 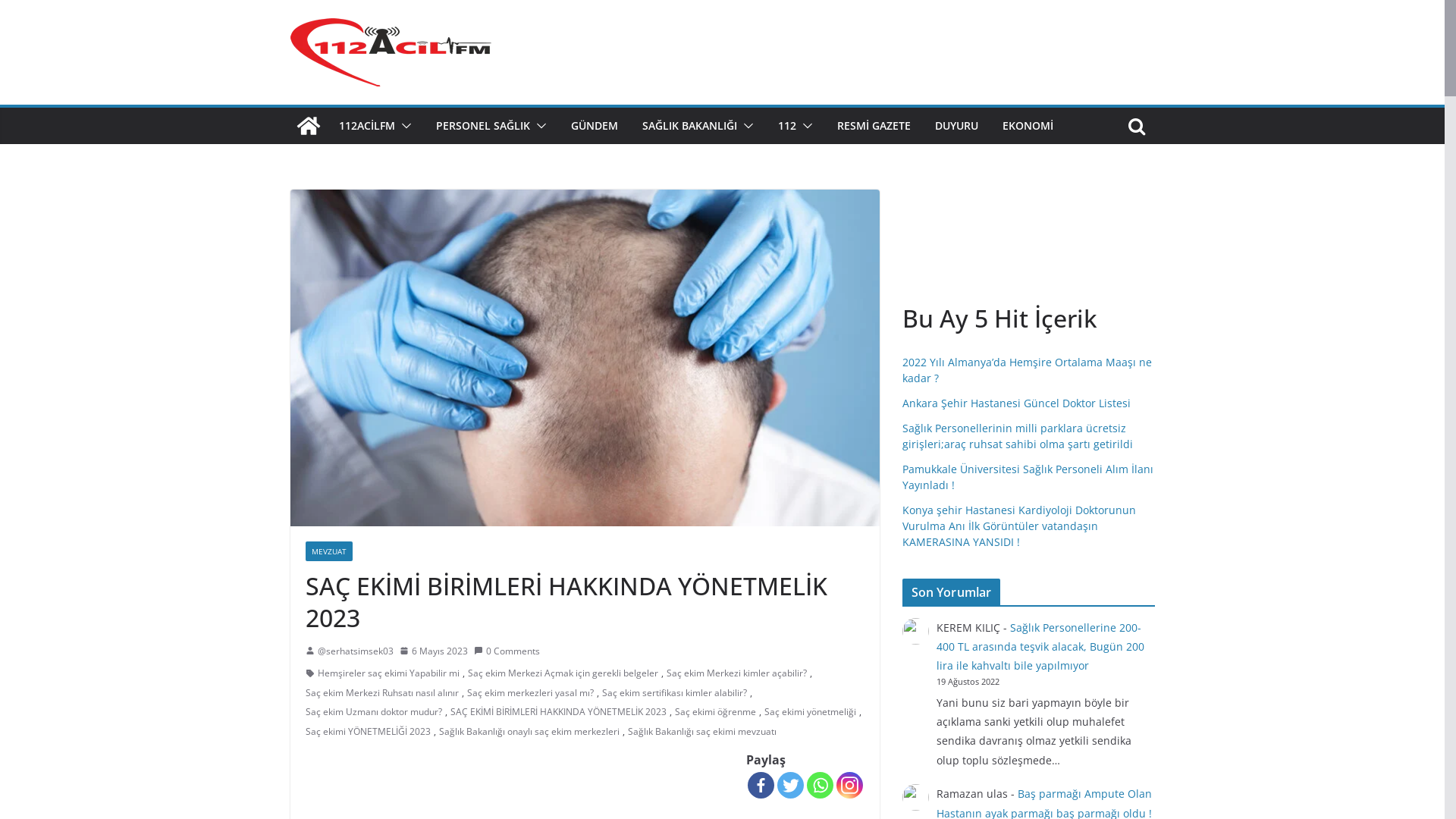 What do you see at coordinates (955, 124) in the screenshot?
I see `'DUYURU'` at bounding box center [955, 124].